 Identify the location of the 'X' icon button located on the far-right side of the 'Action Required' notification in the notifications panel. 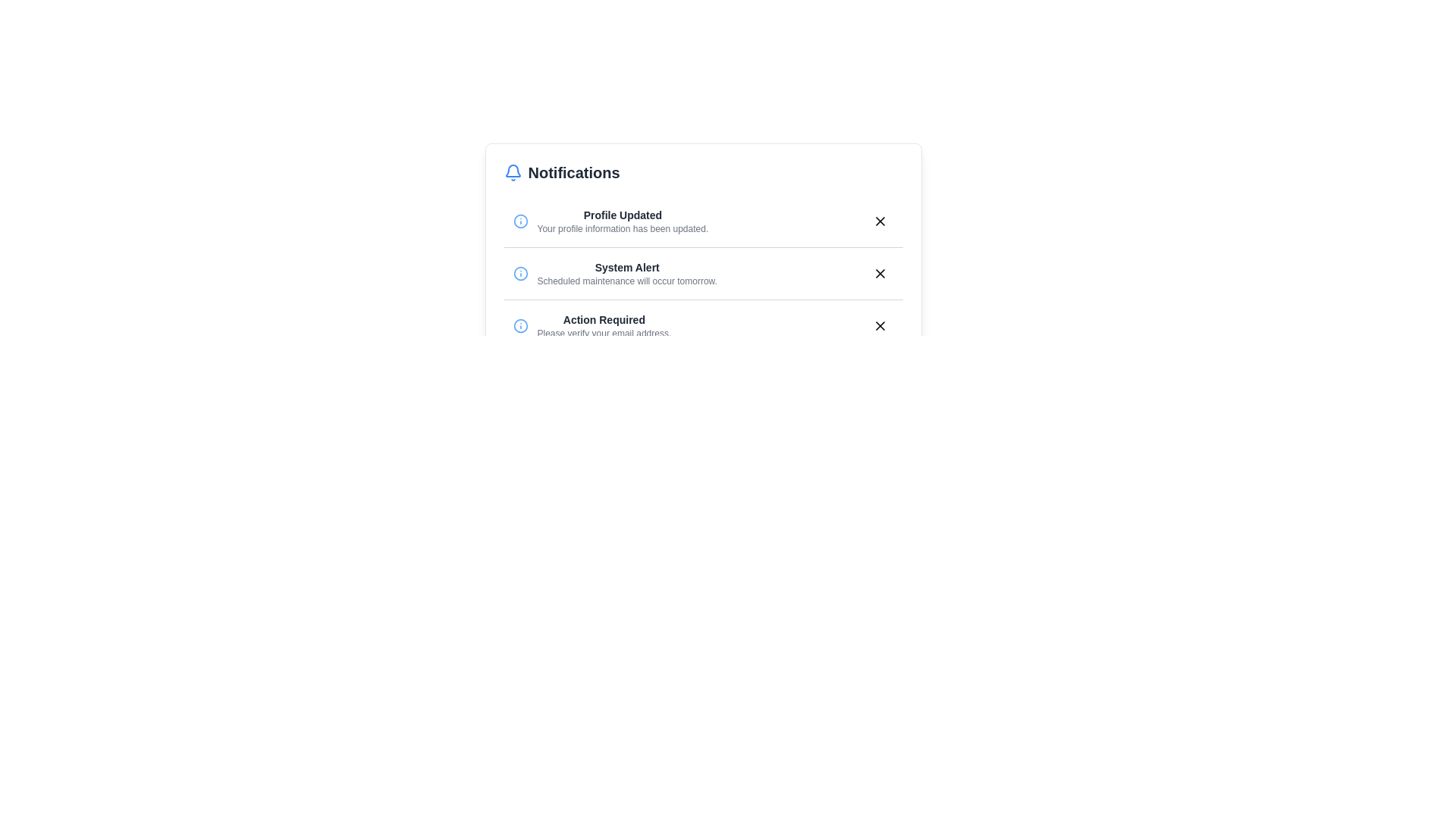
(880, 325).